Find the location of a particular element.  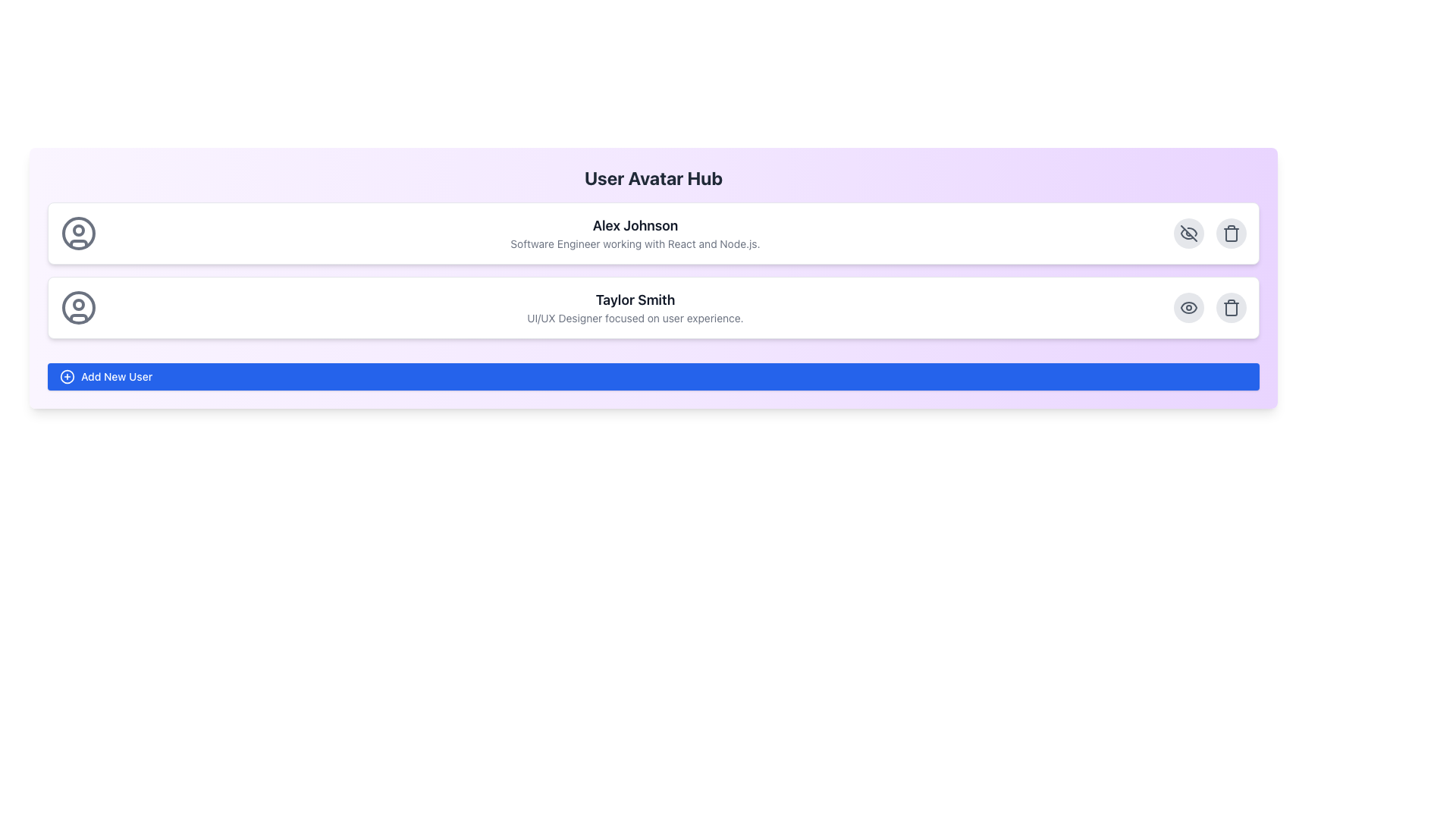

the outer circular contour of the user avatar icon representing 'Alex Johnson' is located at coordinates (78, 234).